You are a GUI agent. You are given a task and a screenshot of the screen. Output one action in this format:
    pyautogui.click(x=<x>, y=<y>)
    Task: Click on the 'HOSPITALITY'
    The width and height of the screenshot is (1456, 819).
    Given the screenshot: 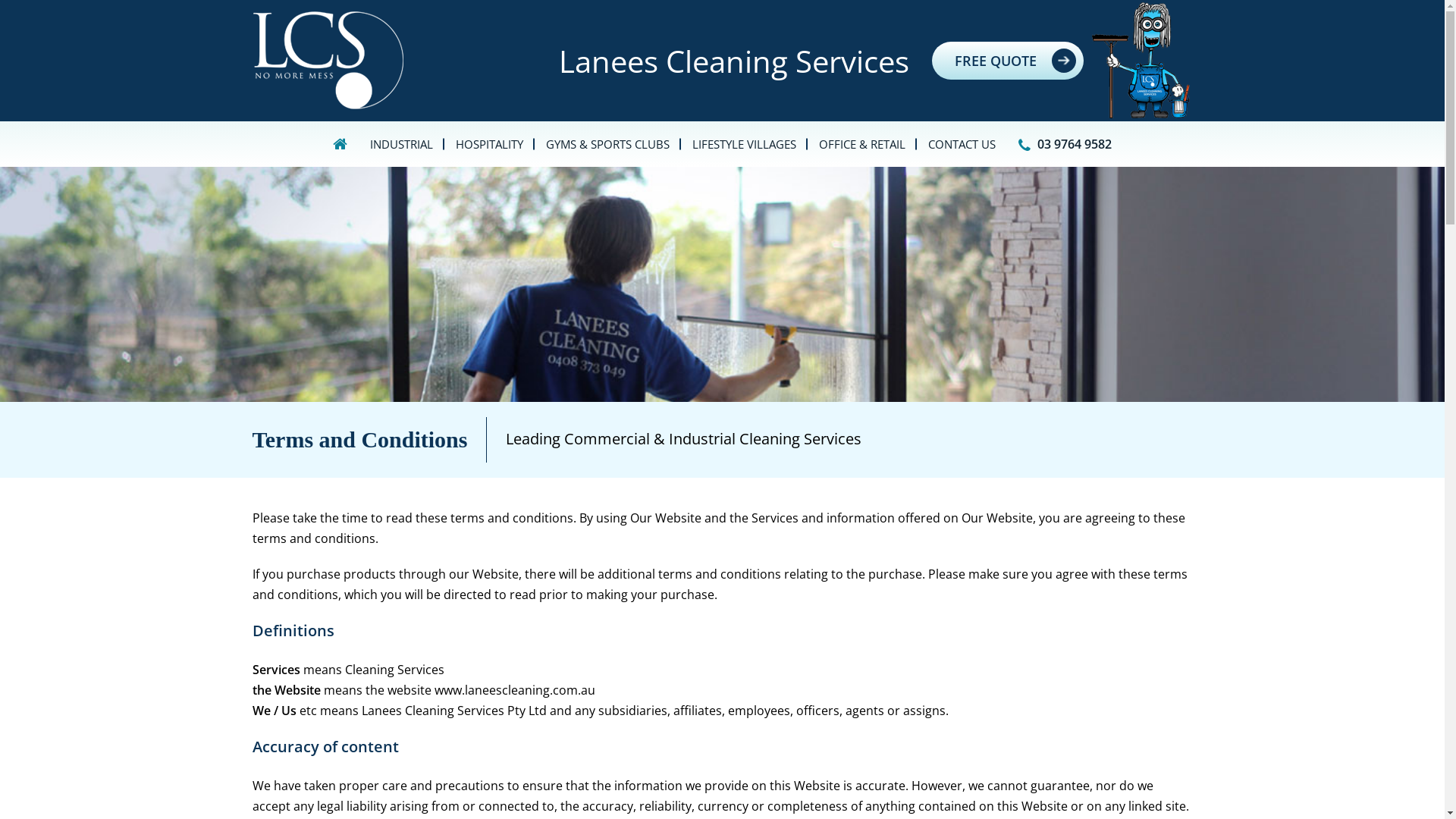 What is the action you would take?
    pyautogui.click(x=489, y=143)
    